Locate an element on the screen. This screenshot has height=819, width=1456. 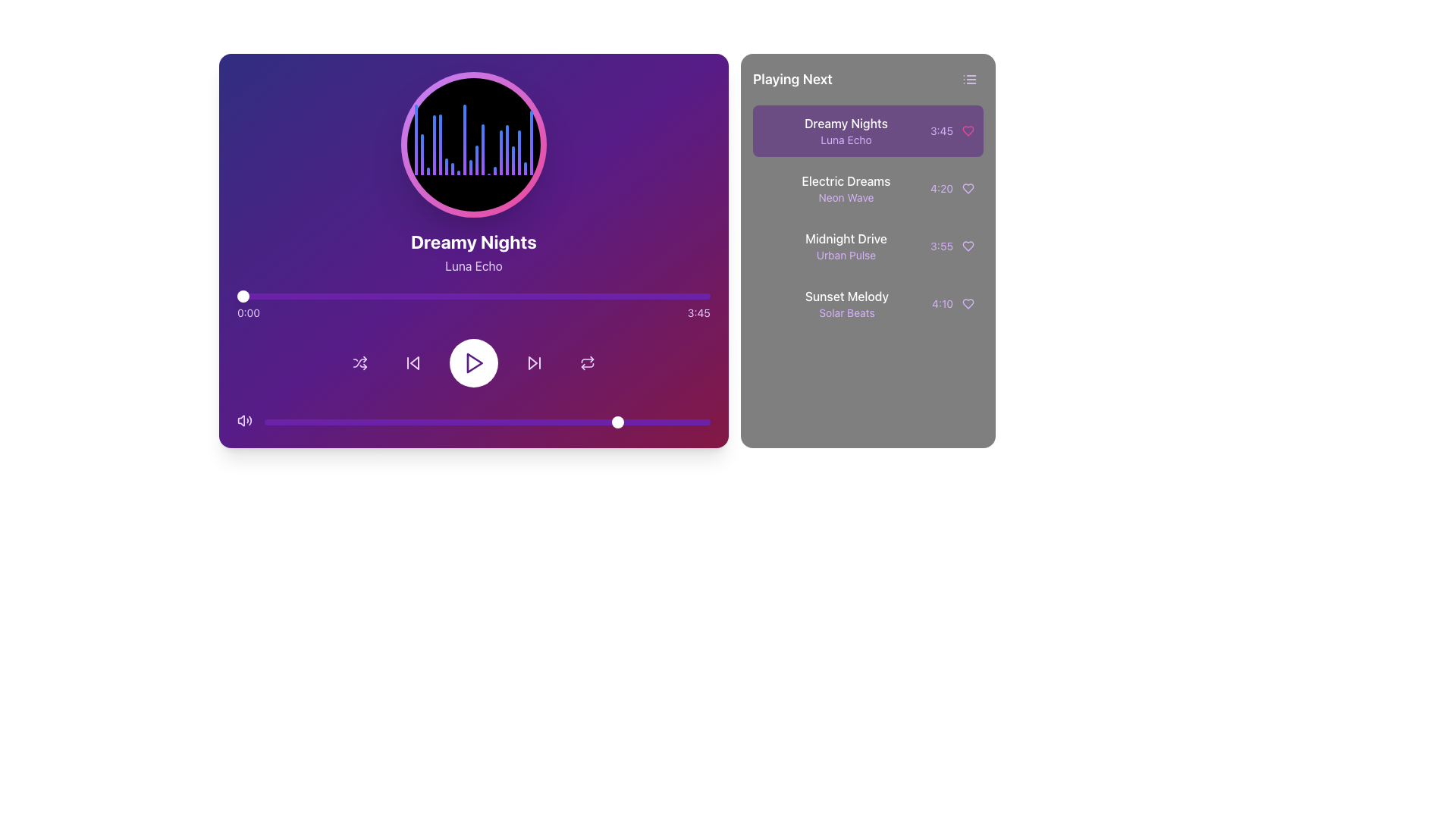
the heart-shaped pink icon located in the 'Playing Next' section, to the right of the timestamp '3:45' and within the highlighted item 'Dreamy Nights' is located at coordinates (967, 130).